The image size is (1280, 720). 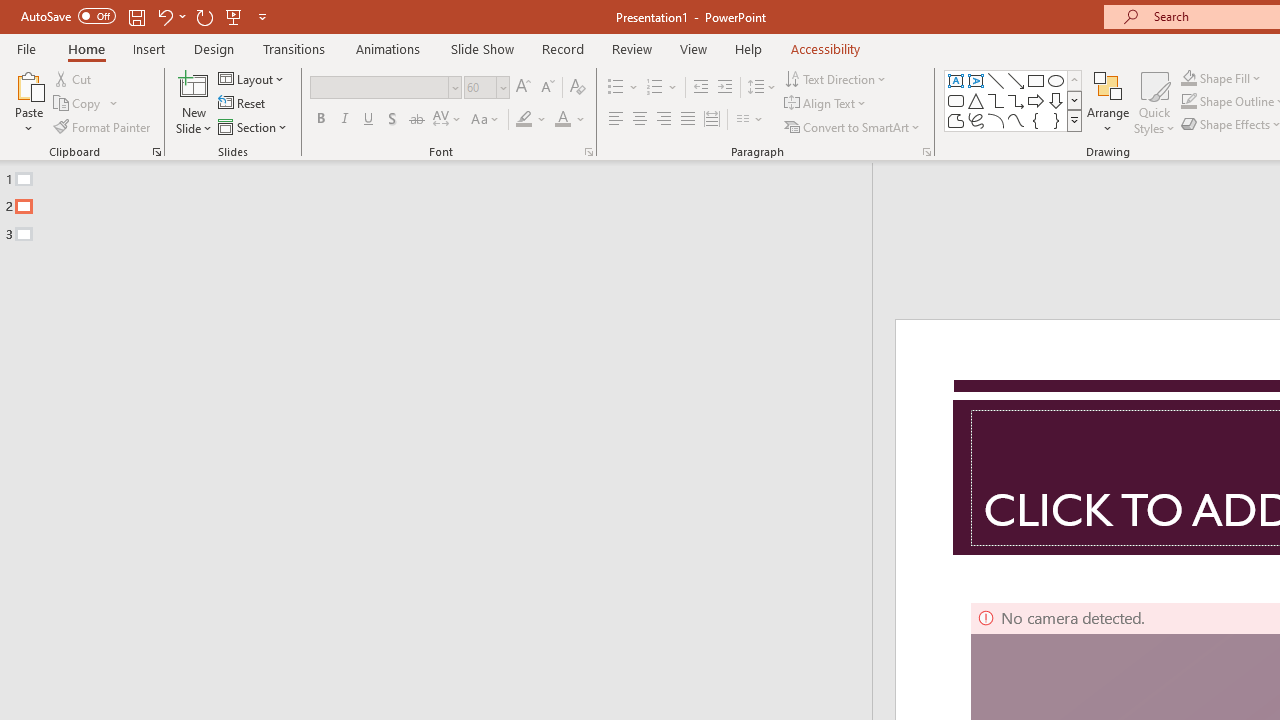 I want to click on 'Curve', so click(x=1016, y=120).